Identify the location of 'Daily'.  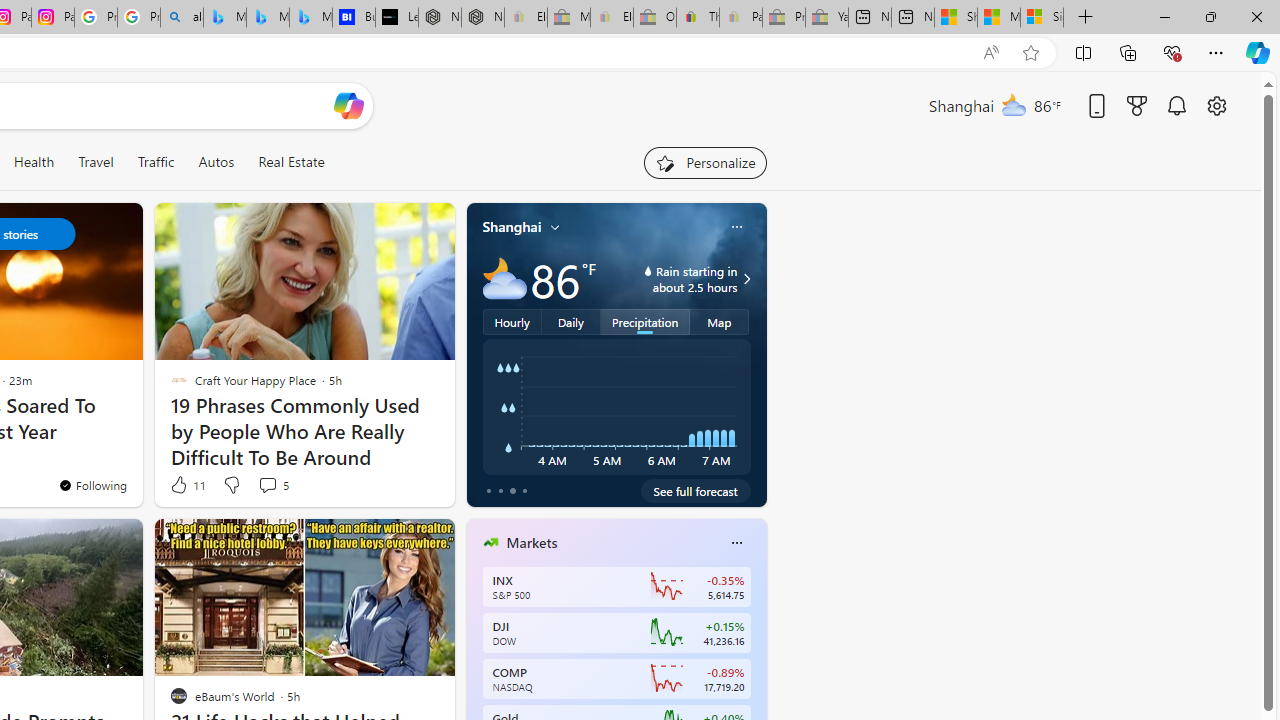
(570, 320).